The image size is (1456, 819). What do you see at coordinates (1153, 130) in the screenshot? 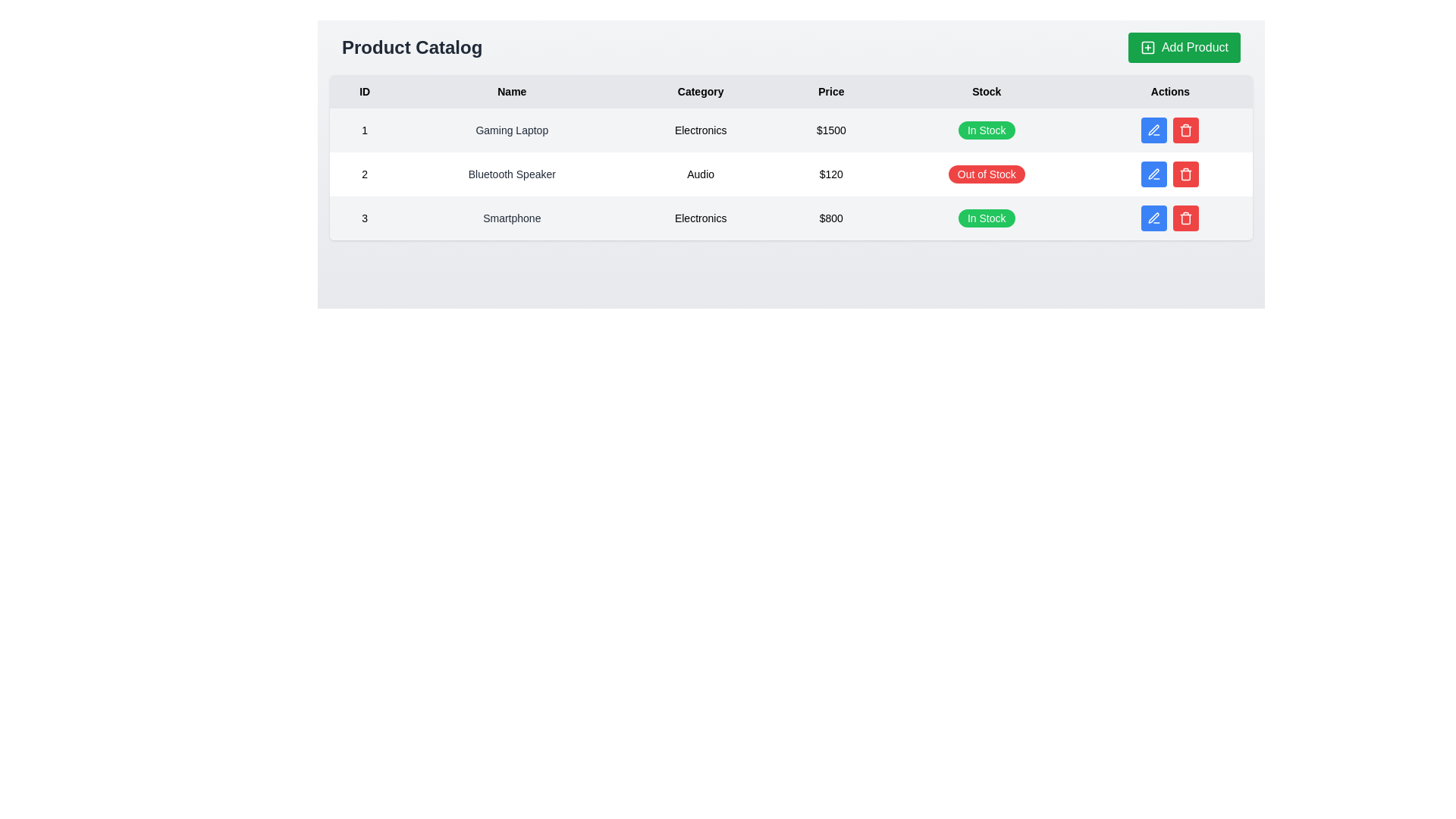
I see `the button with a blue background and pen icon in the Actions column, second row corresponding to the Bluetooth Speaker entry to change its color for visual feedback` at bounding box center [1153, 130].